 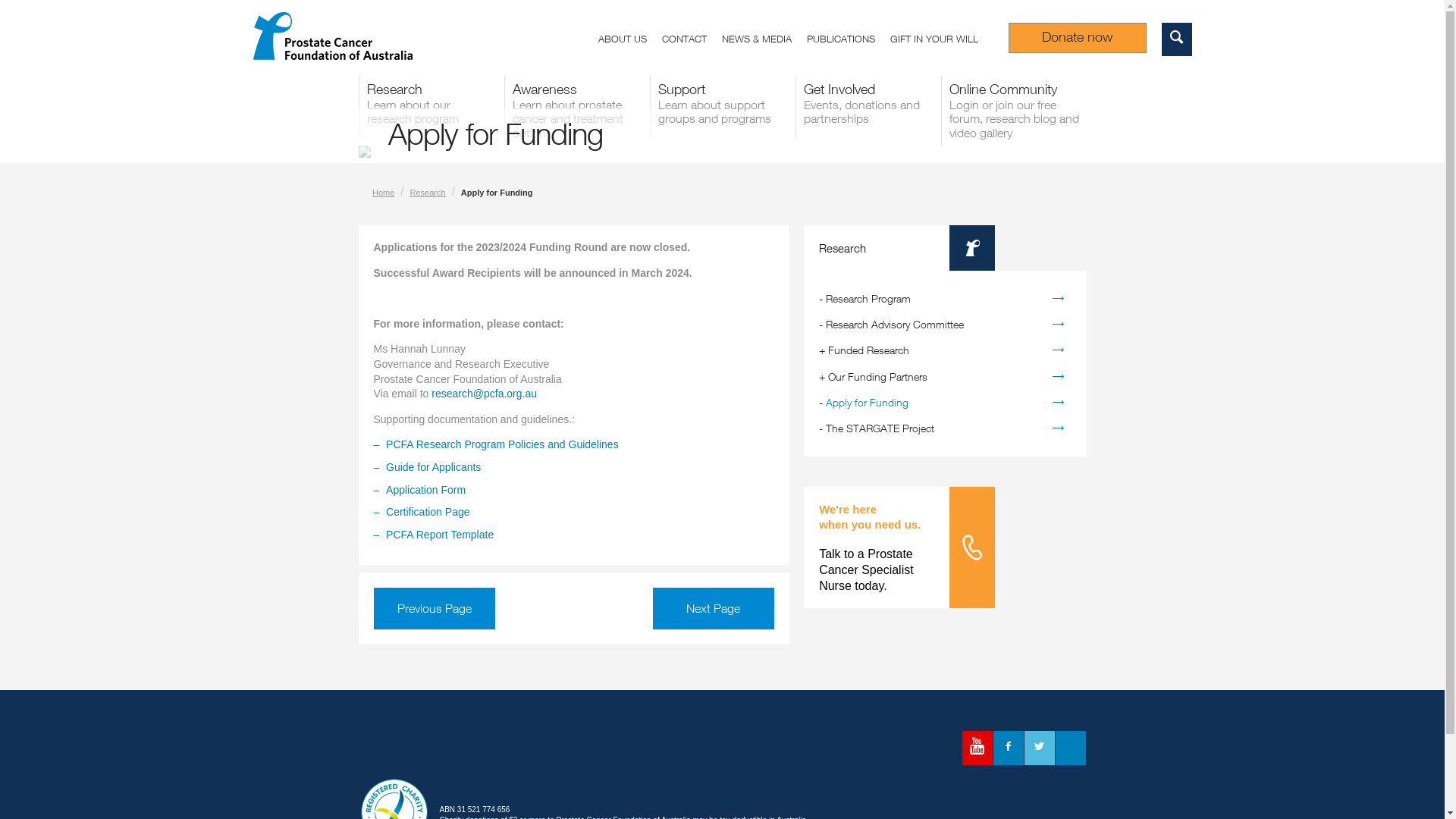 I want to click on 'Donate now', so click(x=1076, y=37).